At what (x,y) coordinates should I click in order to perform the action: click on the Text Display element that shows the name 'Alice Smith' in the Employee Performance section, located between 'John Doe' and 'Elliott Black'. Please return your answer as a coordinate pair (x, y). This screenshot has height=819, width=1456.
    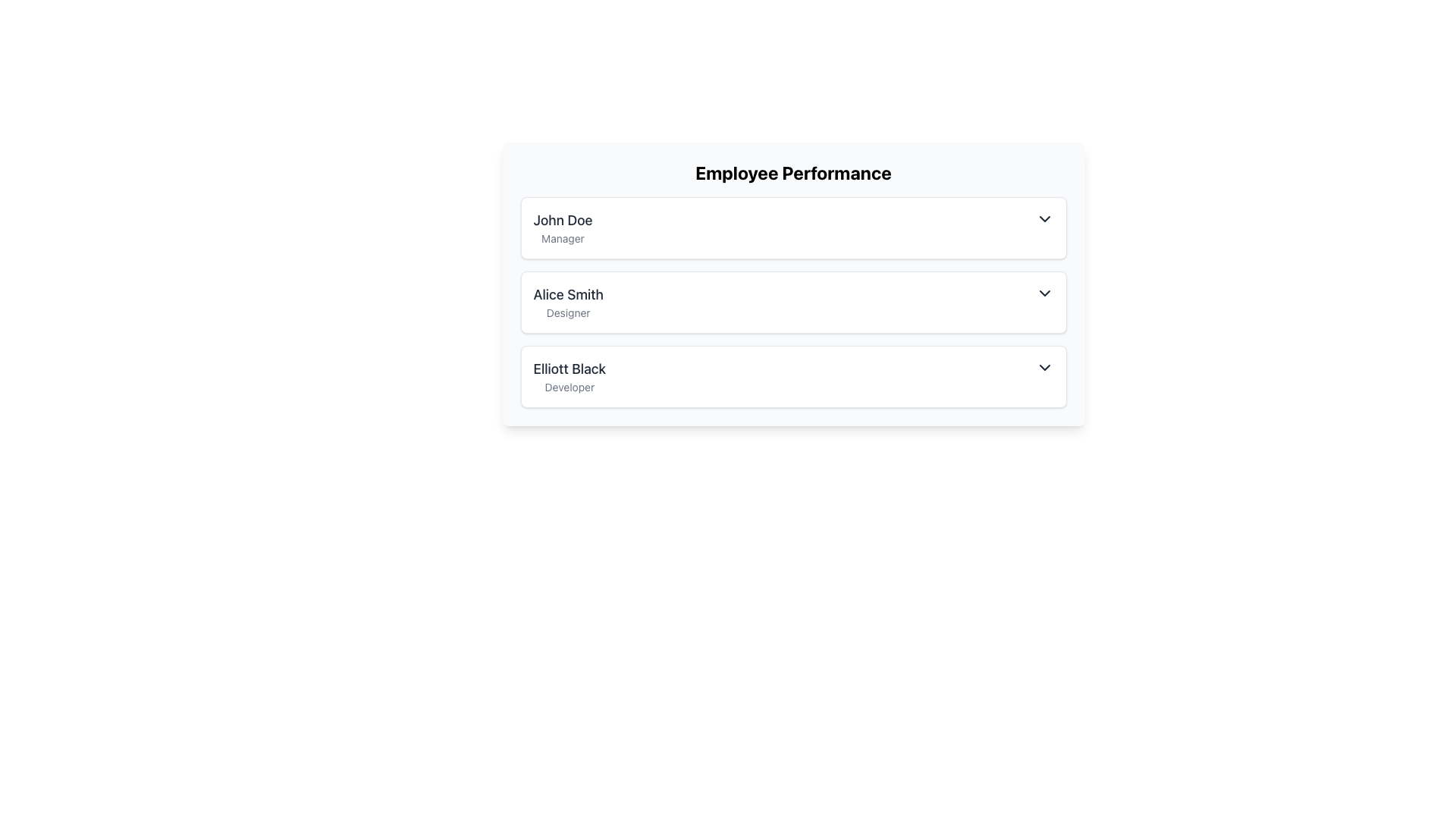
    Looking at the image, I should click on (567, 295).